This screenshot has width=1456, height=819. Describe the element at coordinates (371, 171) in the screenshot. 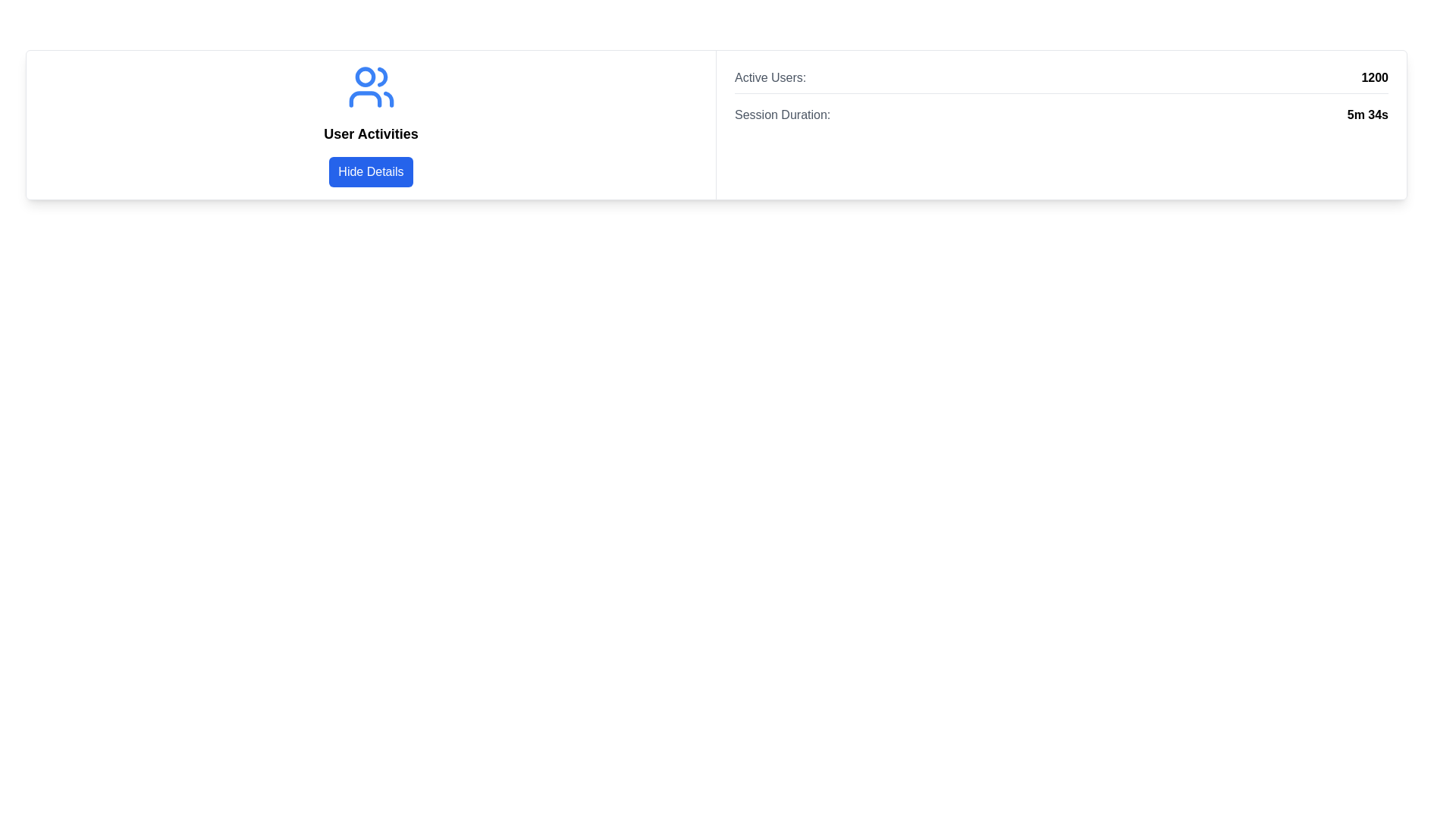

I see `the 'Hide Details' button, which is a rounded rectangular button with white text on a blue background, located beneath the 'User Activities' heading` at that location.